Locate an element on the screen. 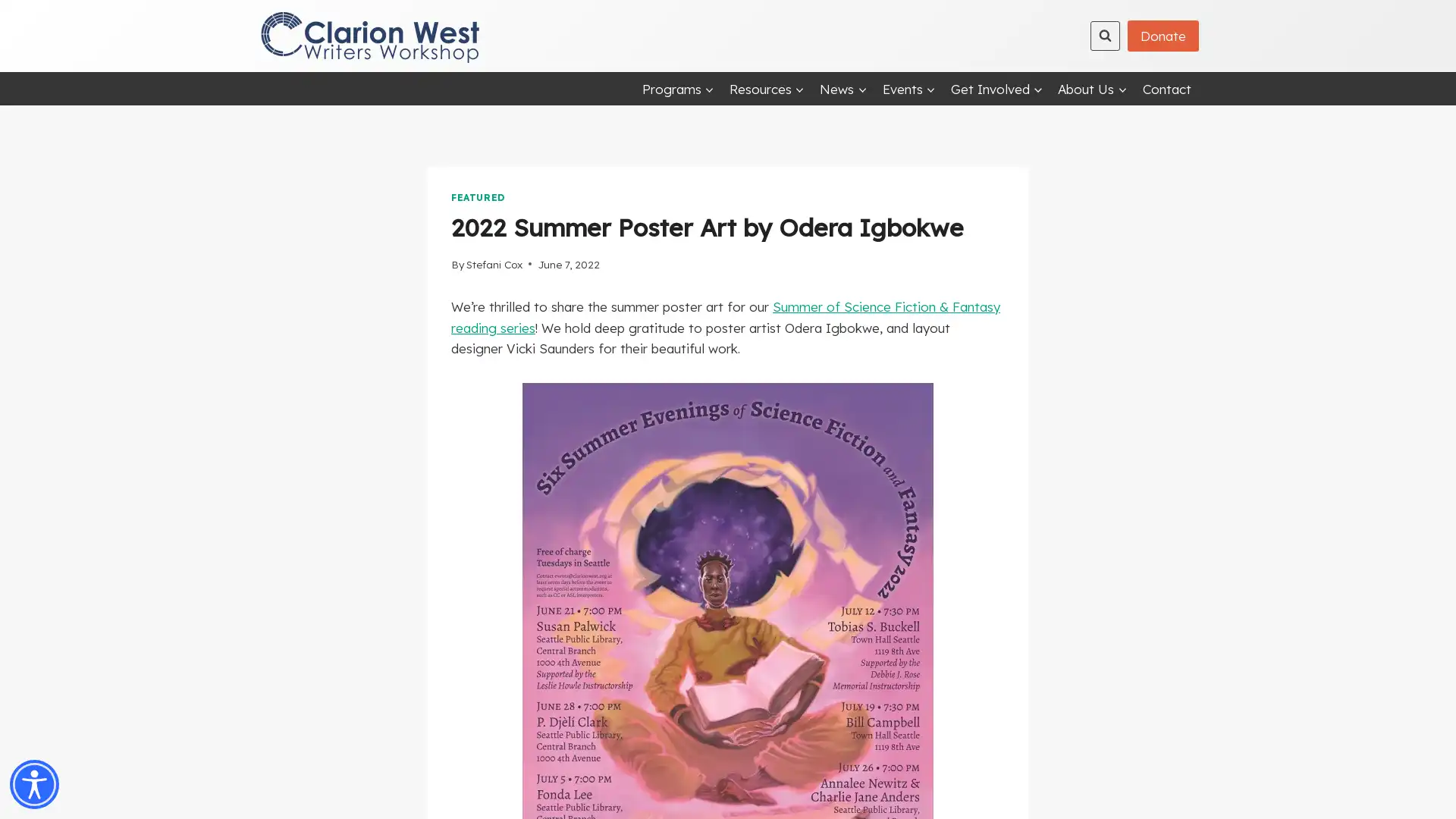 This screenshot has height=819, width=1456. Accessibility Menu is located at coordinates (34, 784).